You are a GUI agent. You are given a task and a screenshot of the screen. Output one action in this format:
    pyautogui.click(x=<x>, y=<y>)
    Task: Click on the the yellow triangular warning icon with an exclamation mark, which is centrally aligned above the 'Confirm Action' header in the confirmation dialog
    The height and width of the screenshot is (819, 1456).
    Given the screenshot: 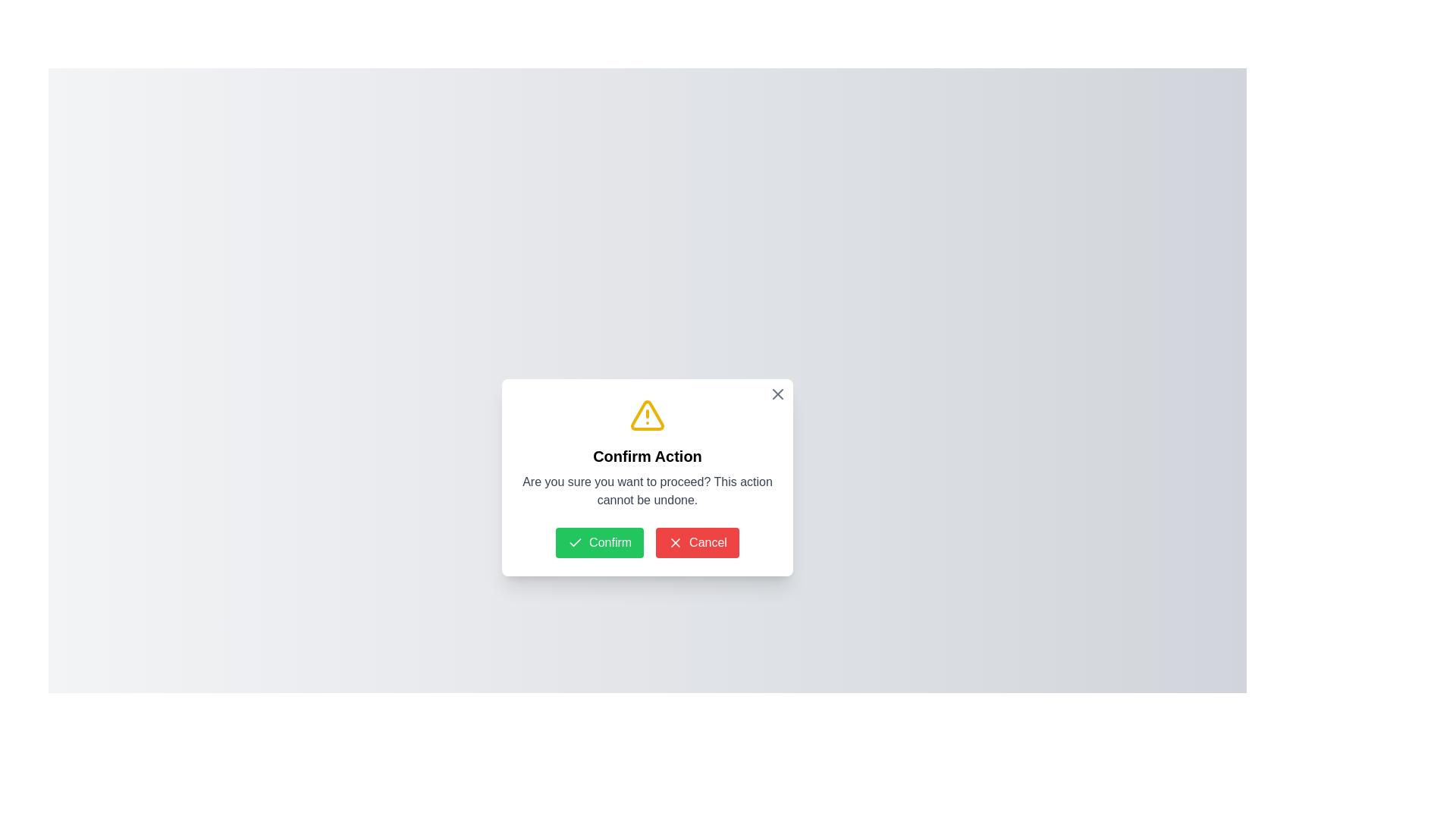 What is the action you would take?
    pyautogui.click(x=648, y=415)
    